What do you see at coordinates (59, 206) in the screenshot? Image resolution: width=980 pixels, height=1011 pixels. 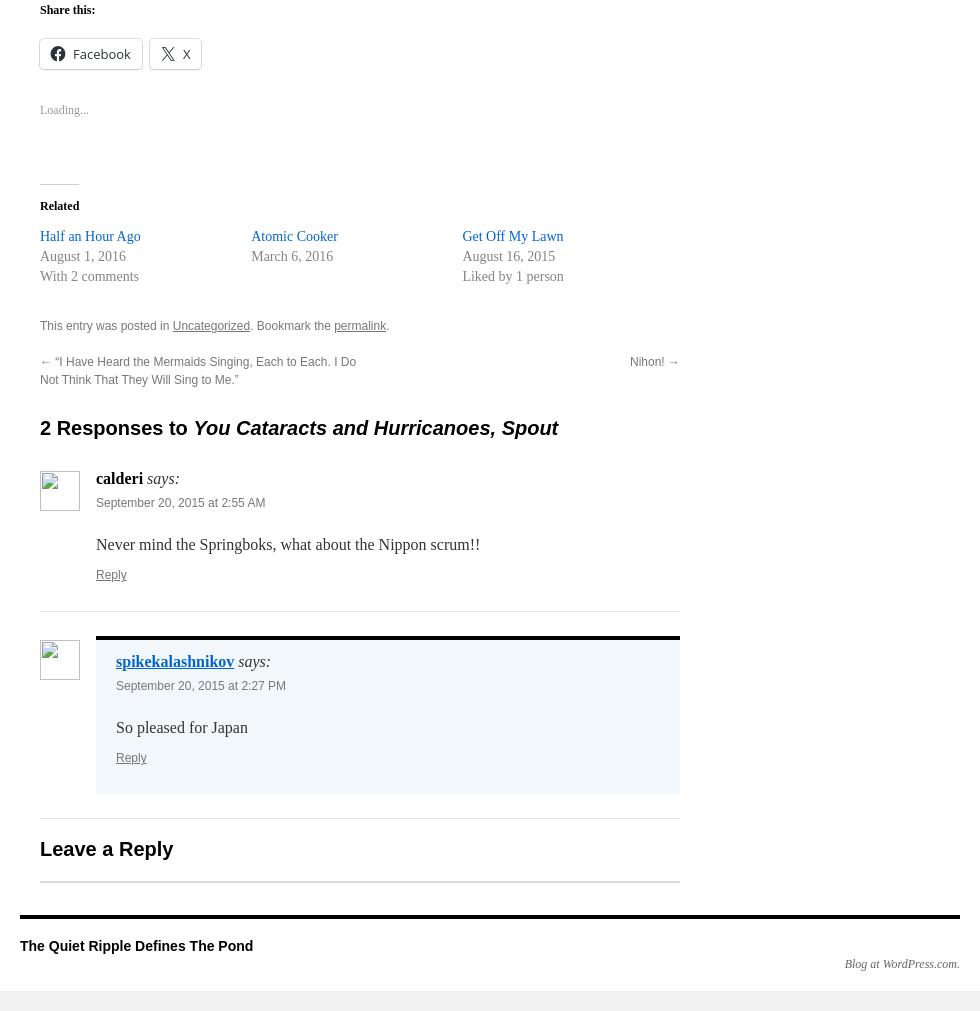 I see `'Related'` at bounding box center [59, 206].